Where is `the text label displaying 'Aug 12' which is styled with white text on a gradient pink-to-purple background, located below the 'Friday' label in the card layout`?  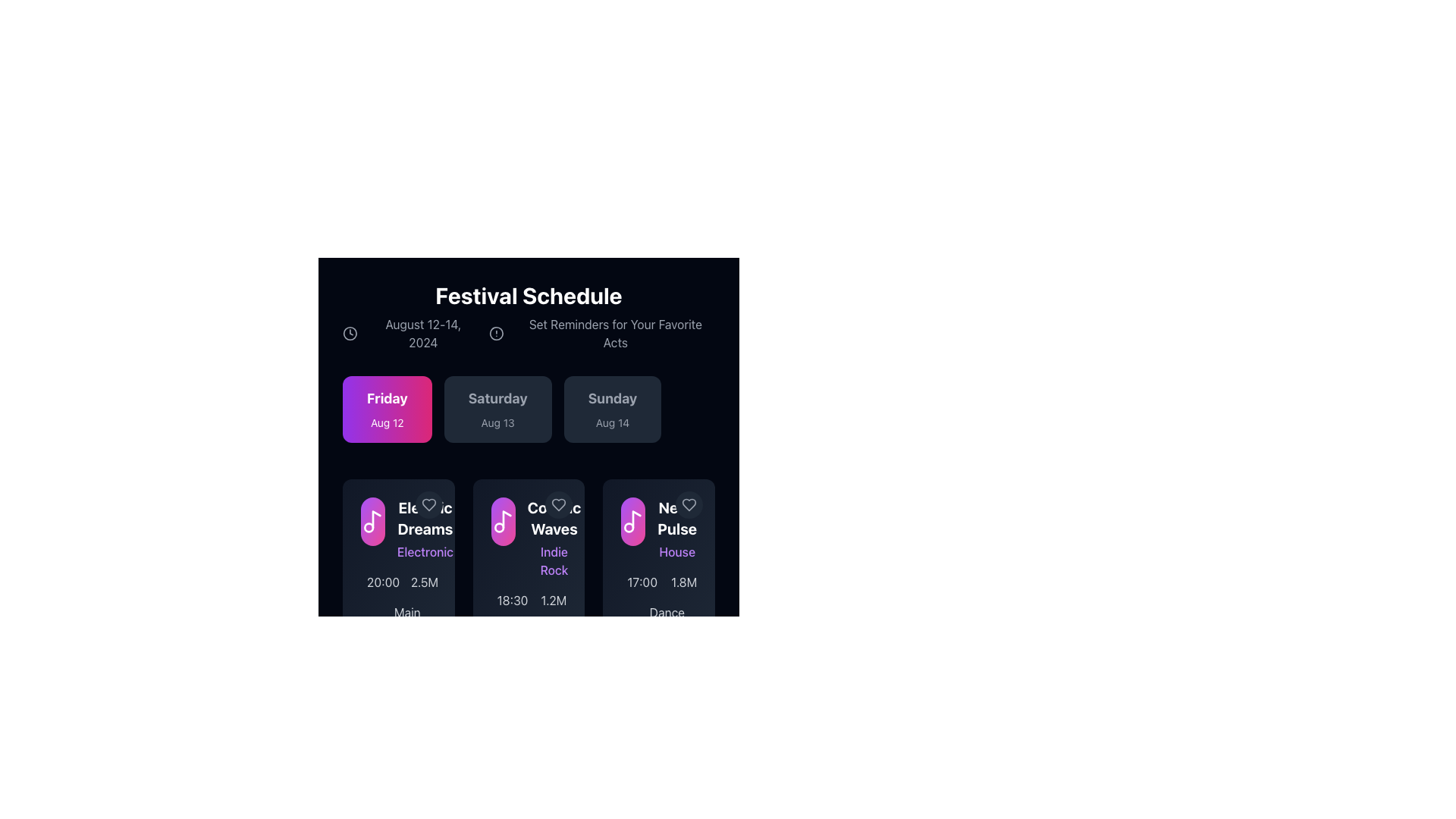
the text label displaying 'Aug 12' which is styled with white text on a gradient pink-to-purple background, located below the 'Friday' label in the card layout is located at coordinates (387, 423).